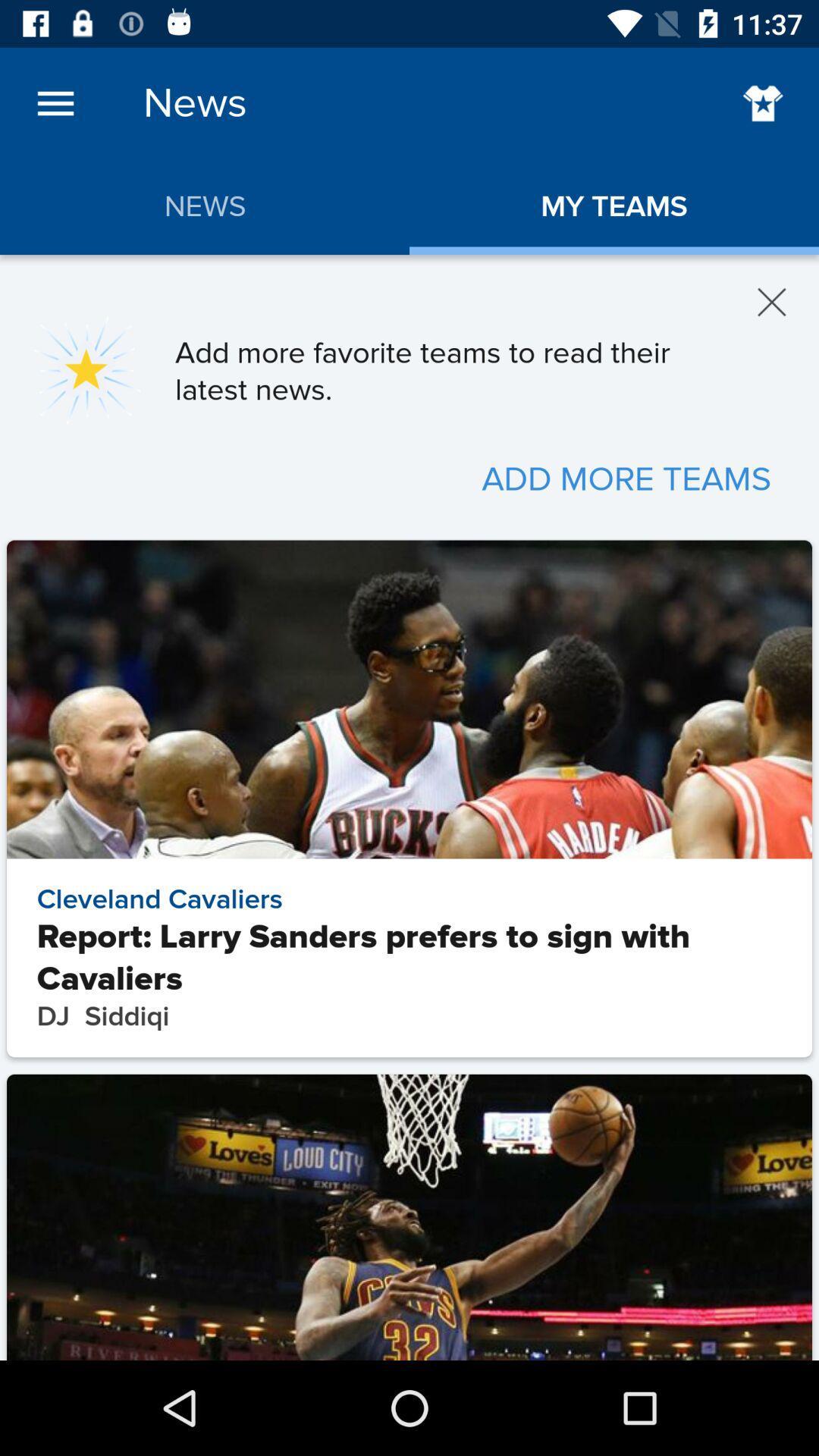 The width and height of the screenshot is (819, 1456). Describe the element at coordinates (772, 302) in the screenshot. I see `pop up` at that location.